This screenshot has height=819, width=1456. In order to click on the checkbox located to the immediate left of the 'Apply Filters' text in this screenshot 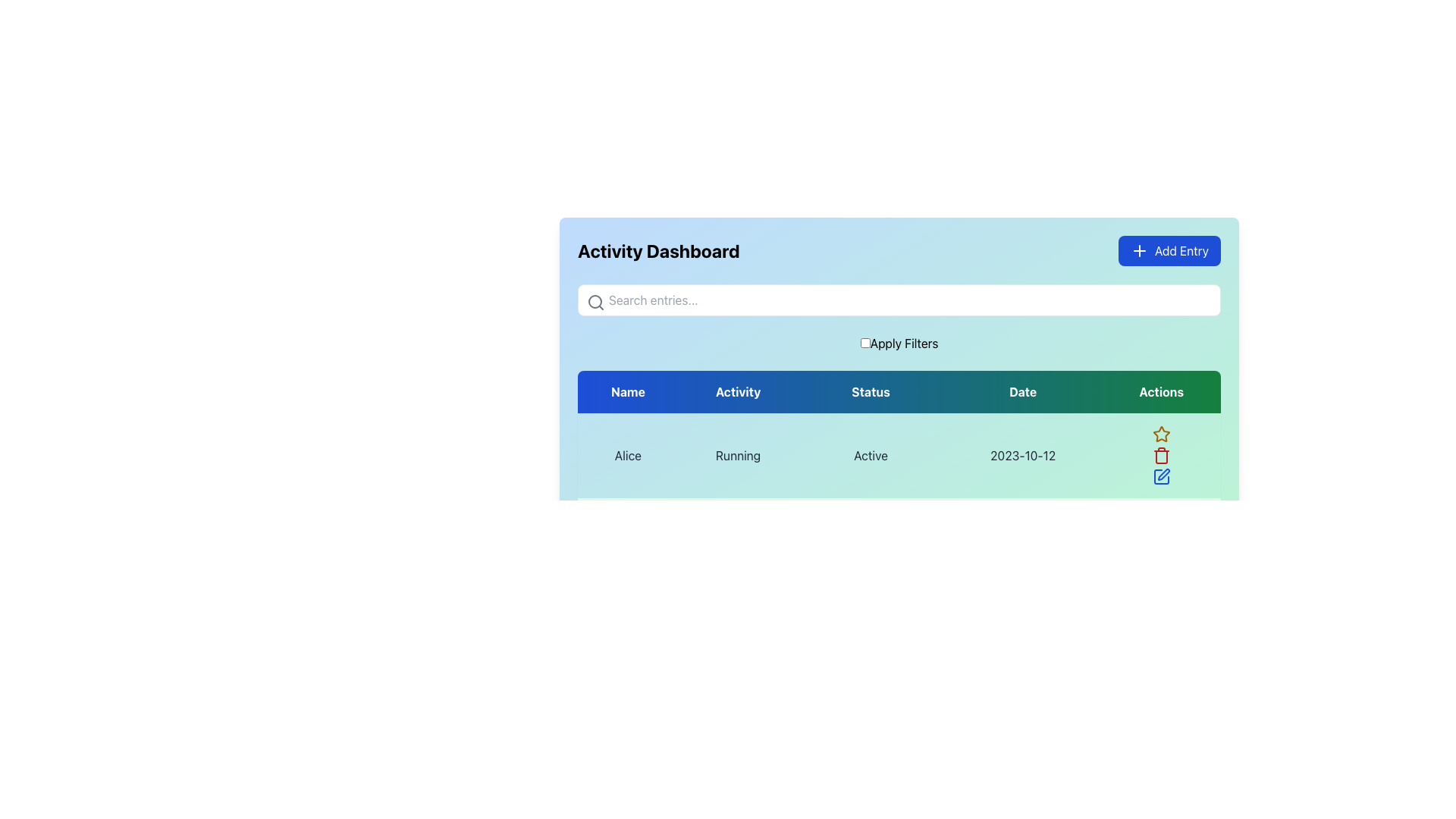, I will do `click(865, 343)`.